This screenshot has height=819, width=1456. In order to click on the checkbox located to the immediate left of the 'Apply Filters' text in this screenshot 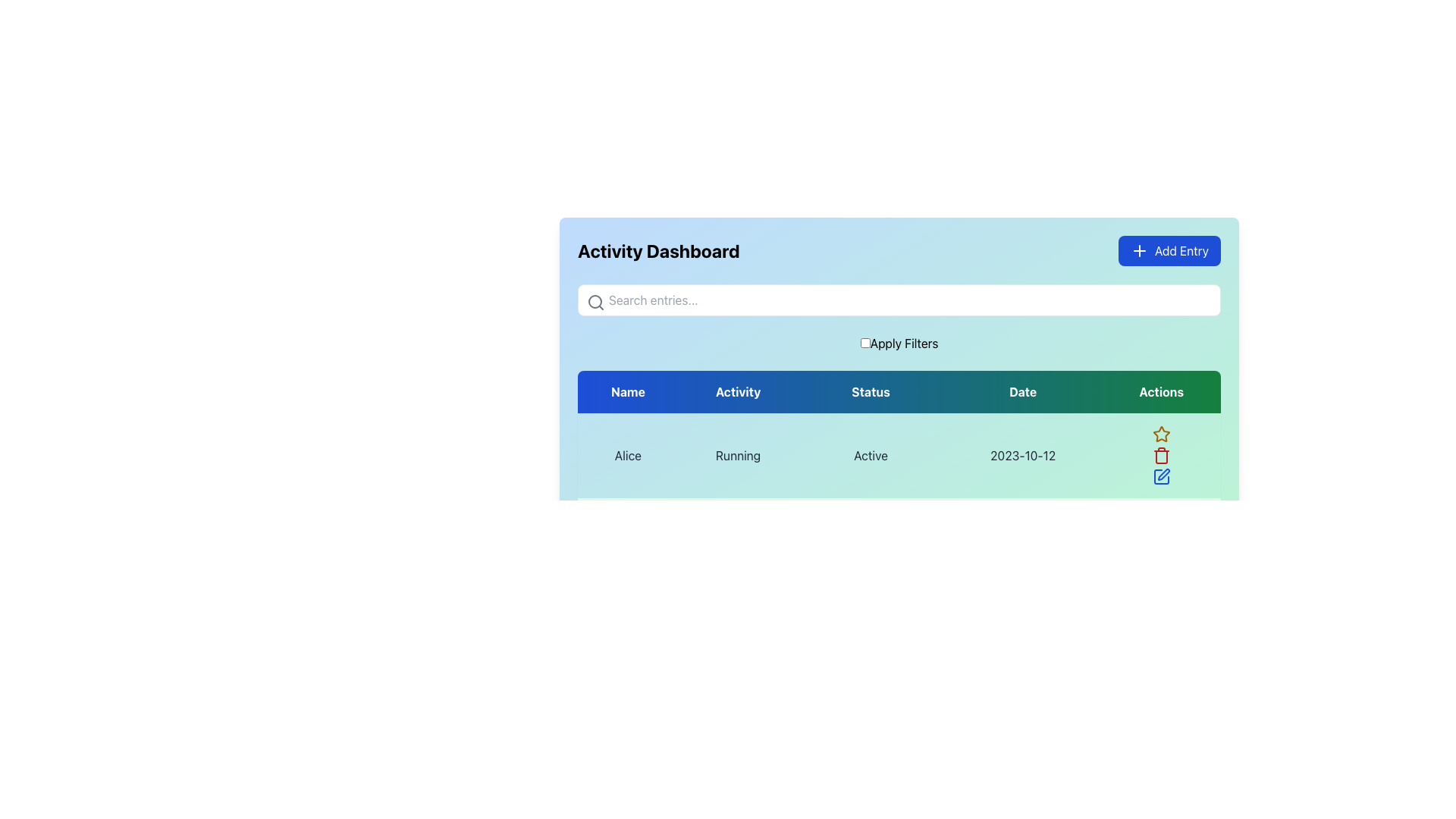, I will do `click(865, 343)`.